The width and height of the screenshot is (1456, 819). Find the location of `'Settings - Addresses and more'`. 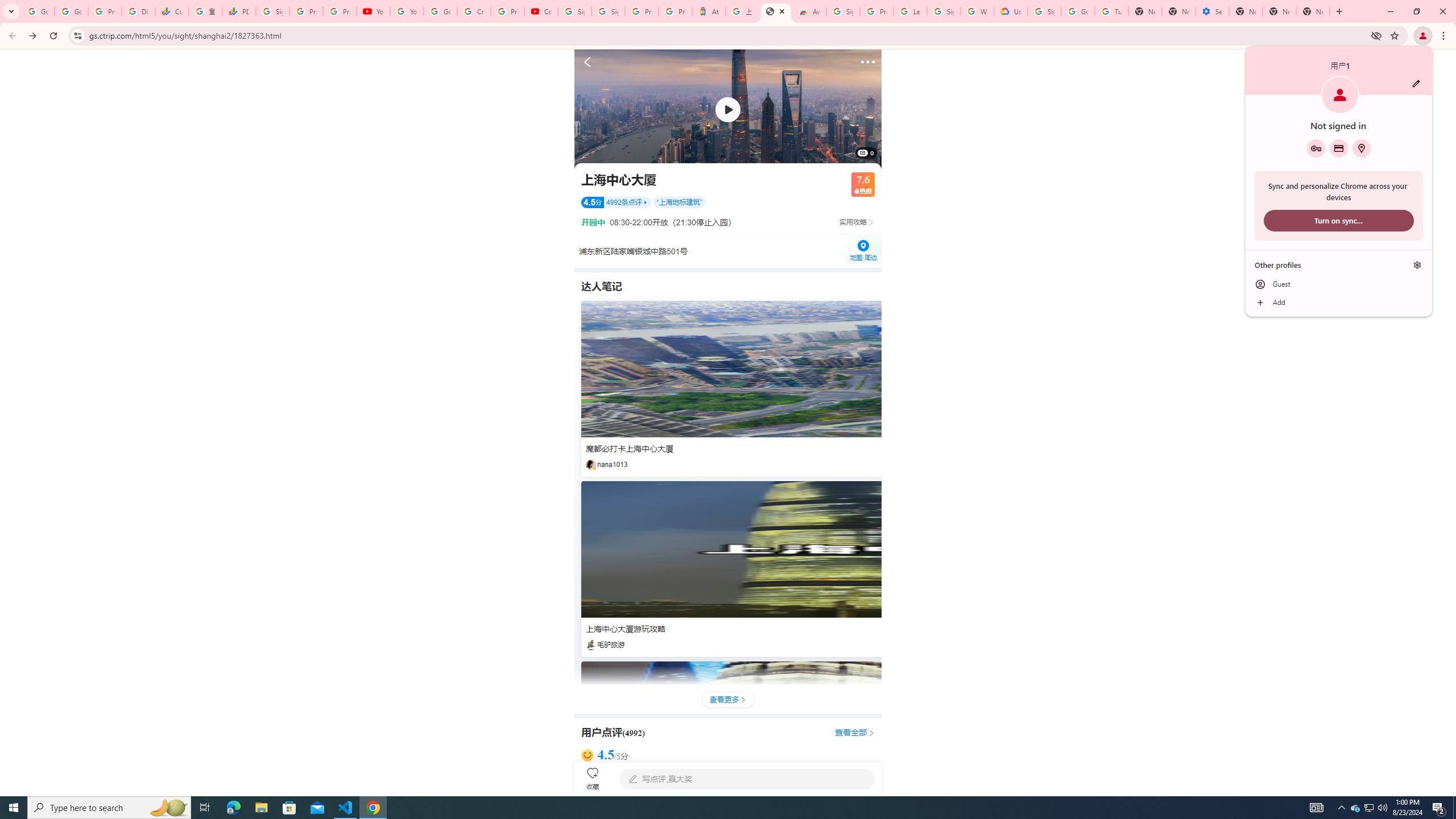

'Settings - Addresses and more' is located at coordinates (1212, 11).